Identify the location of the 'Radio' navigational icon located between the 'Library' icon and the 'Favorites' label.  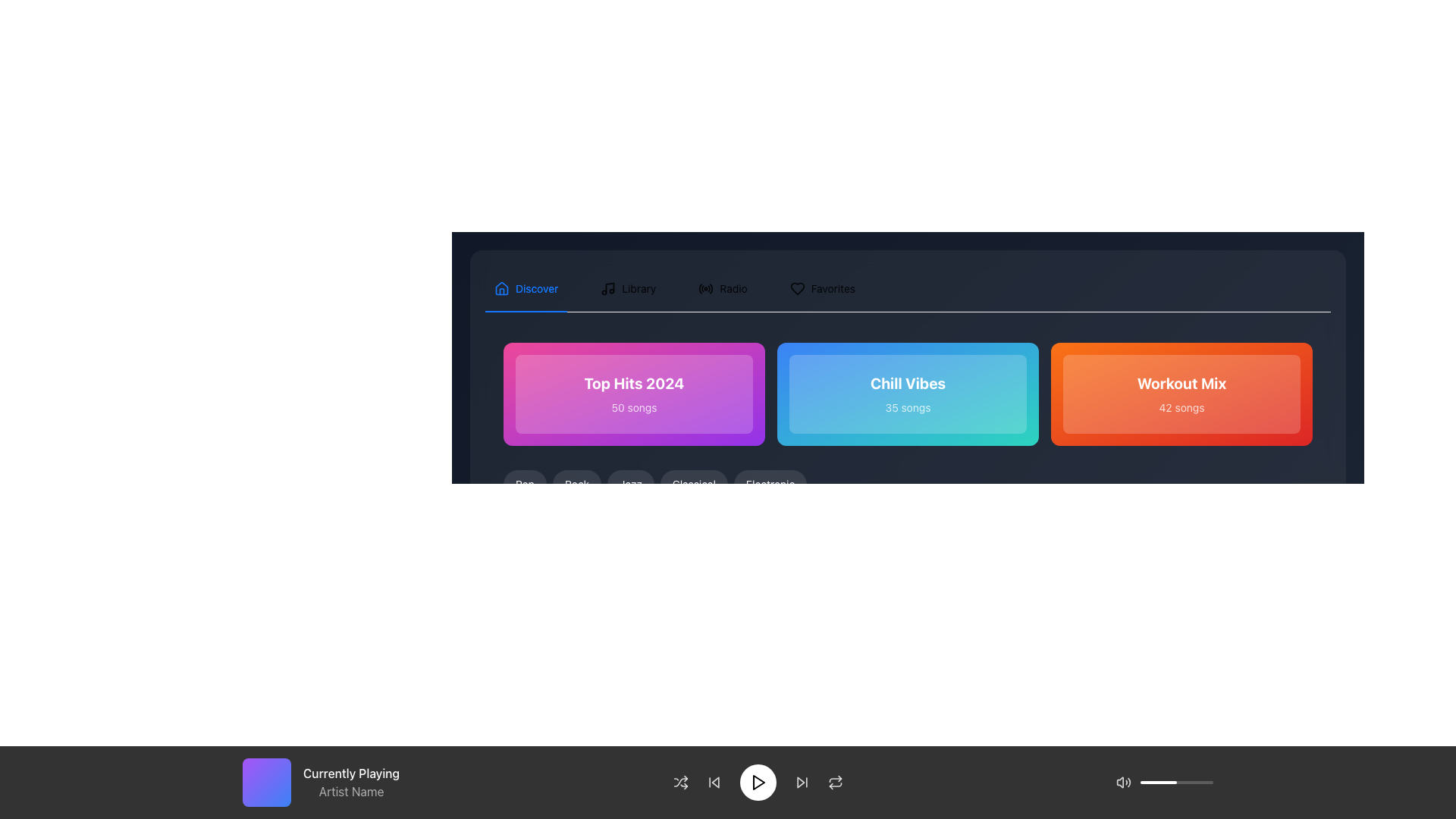
(705, 289).